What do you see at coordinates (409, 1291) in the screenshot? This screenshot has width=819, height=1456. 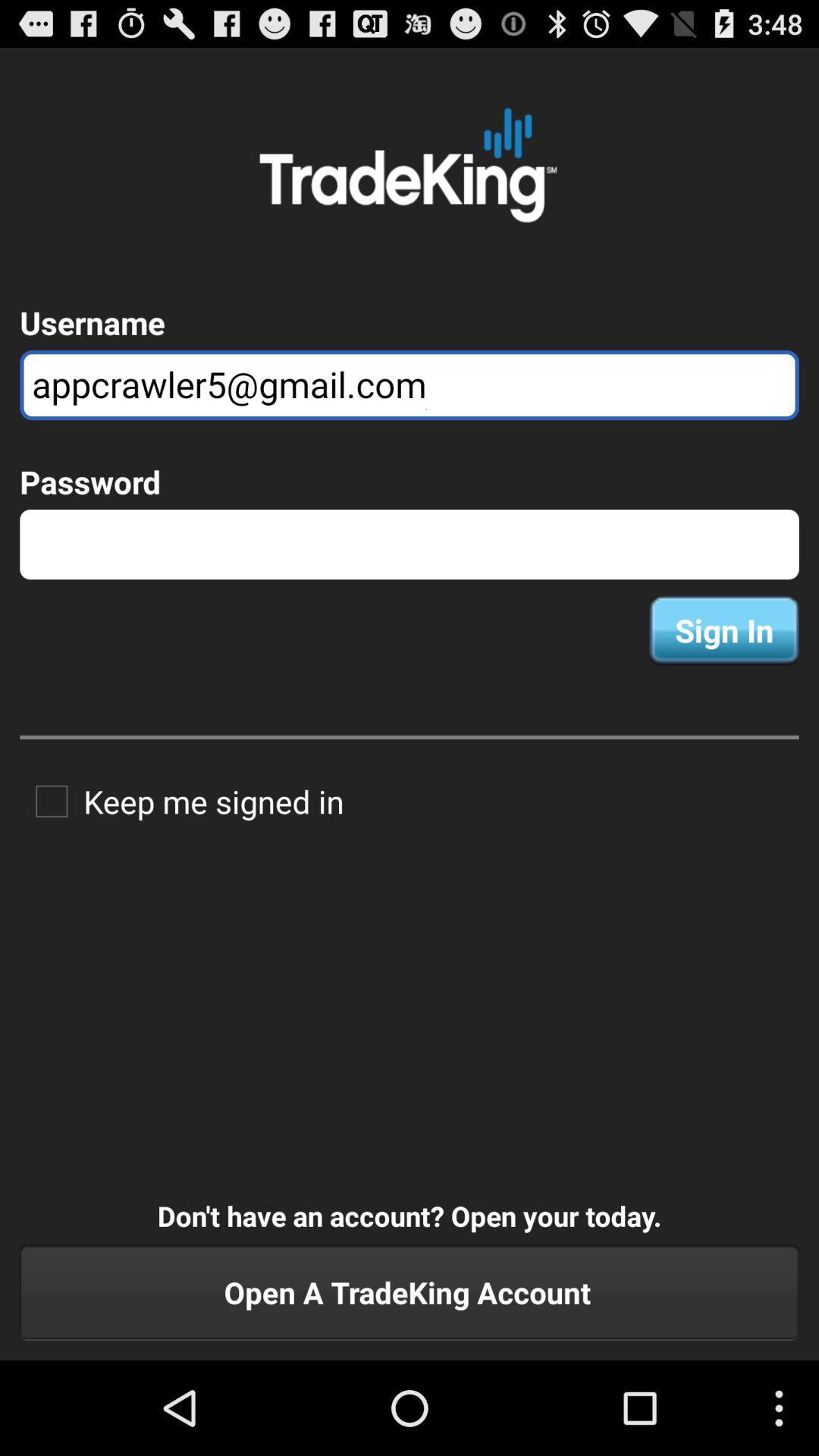 I see `icon below don t have` at bounding box center [409, 1291].